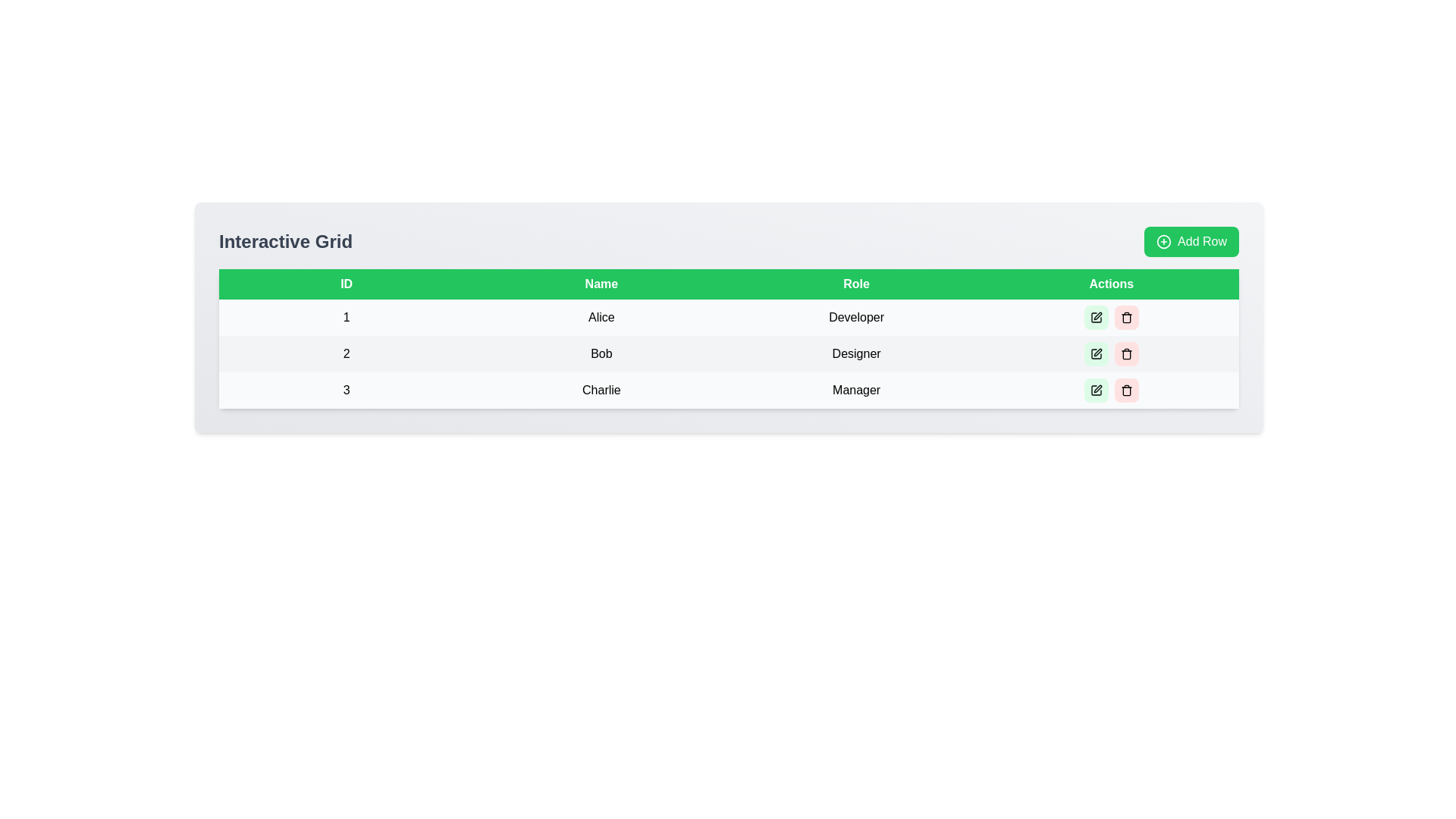 This screenshot has height=819, width=1456. Describe the element at coordinates (601, 284) in the screenshot. I see `the 'Name' column header in the grid, which is a rectangular section with a green background and white text, positioned between 'ID' and 'Role'` at that location.